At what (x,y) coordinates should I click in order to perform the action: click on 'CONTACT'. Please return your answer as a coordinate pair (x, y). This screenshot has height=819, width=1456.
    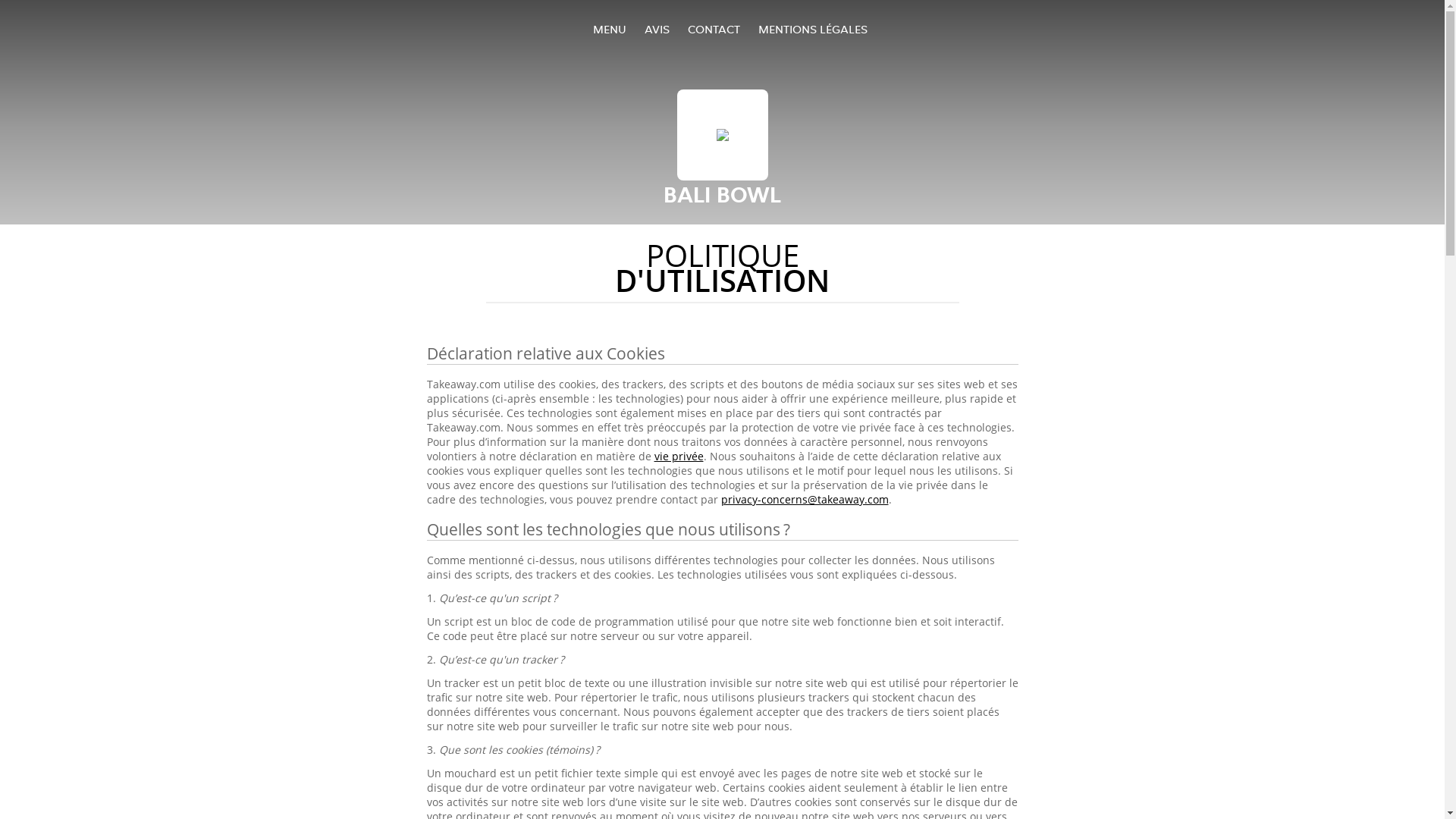
    Looking at the image, I should click on (712, 29).